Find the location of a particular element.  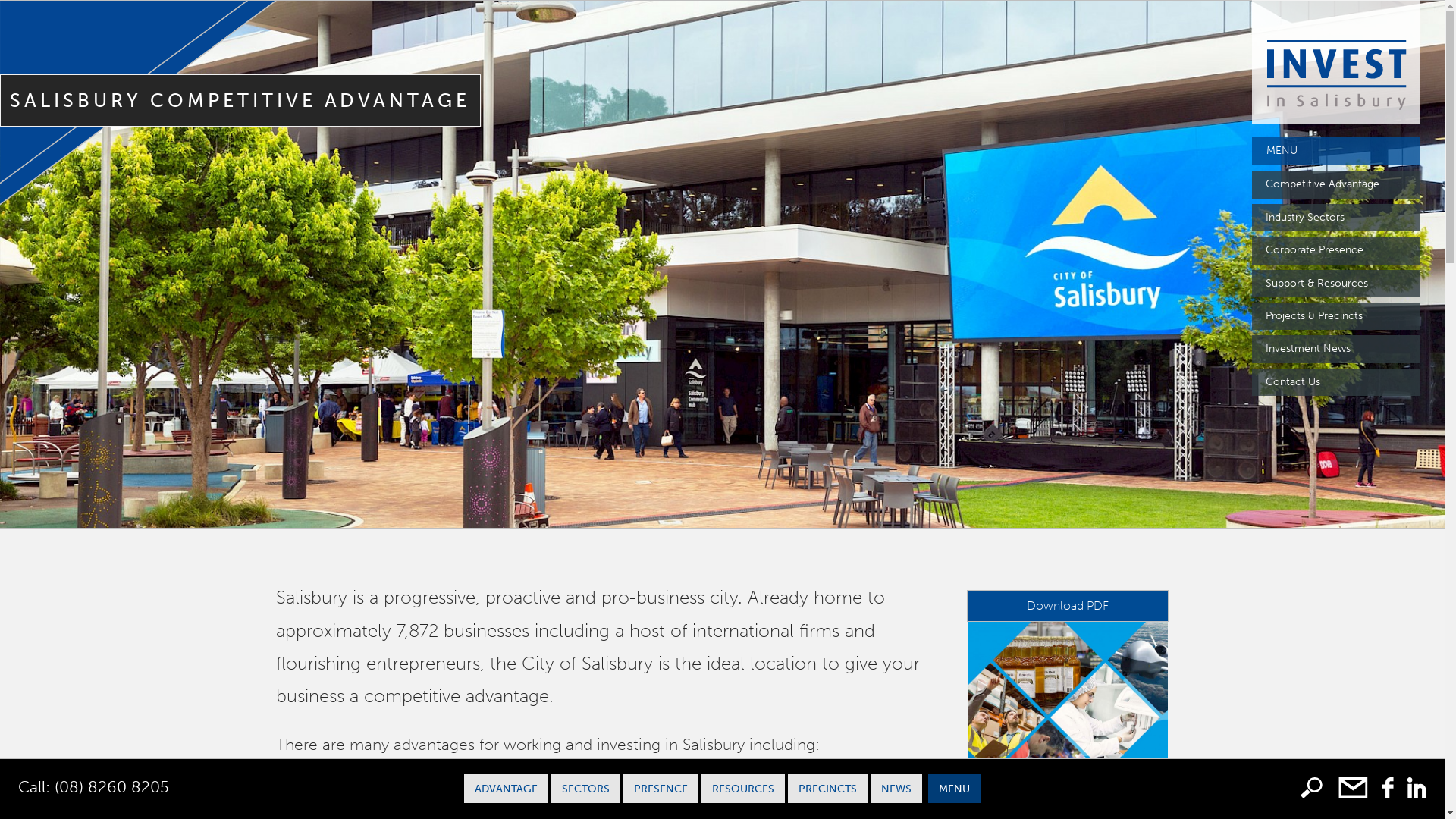

'Industry Sectors' is located at coordinates (1335, 217).